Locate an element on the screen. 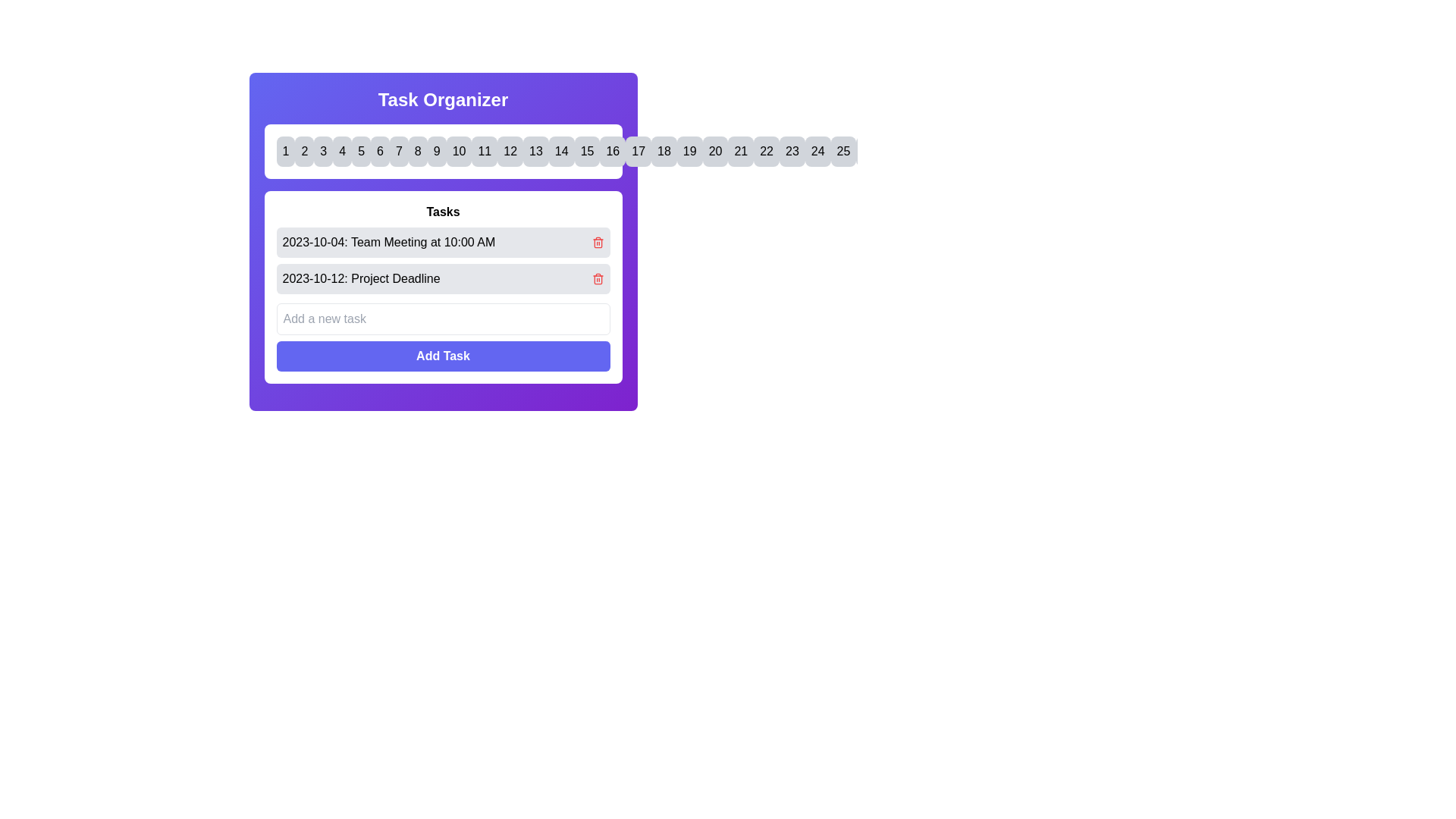 This screenshot has height=819, width=1456. the button representing the 12th item in the horizontal sequence of numbers in the task organizer interface is located at coordinates (510, 152).